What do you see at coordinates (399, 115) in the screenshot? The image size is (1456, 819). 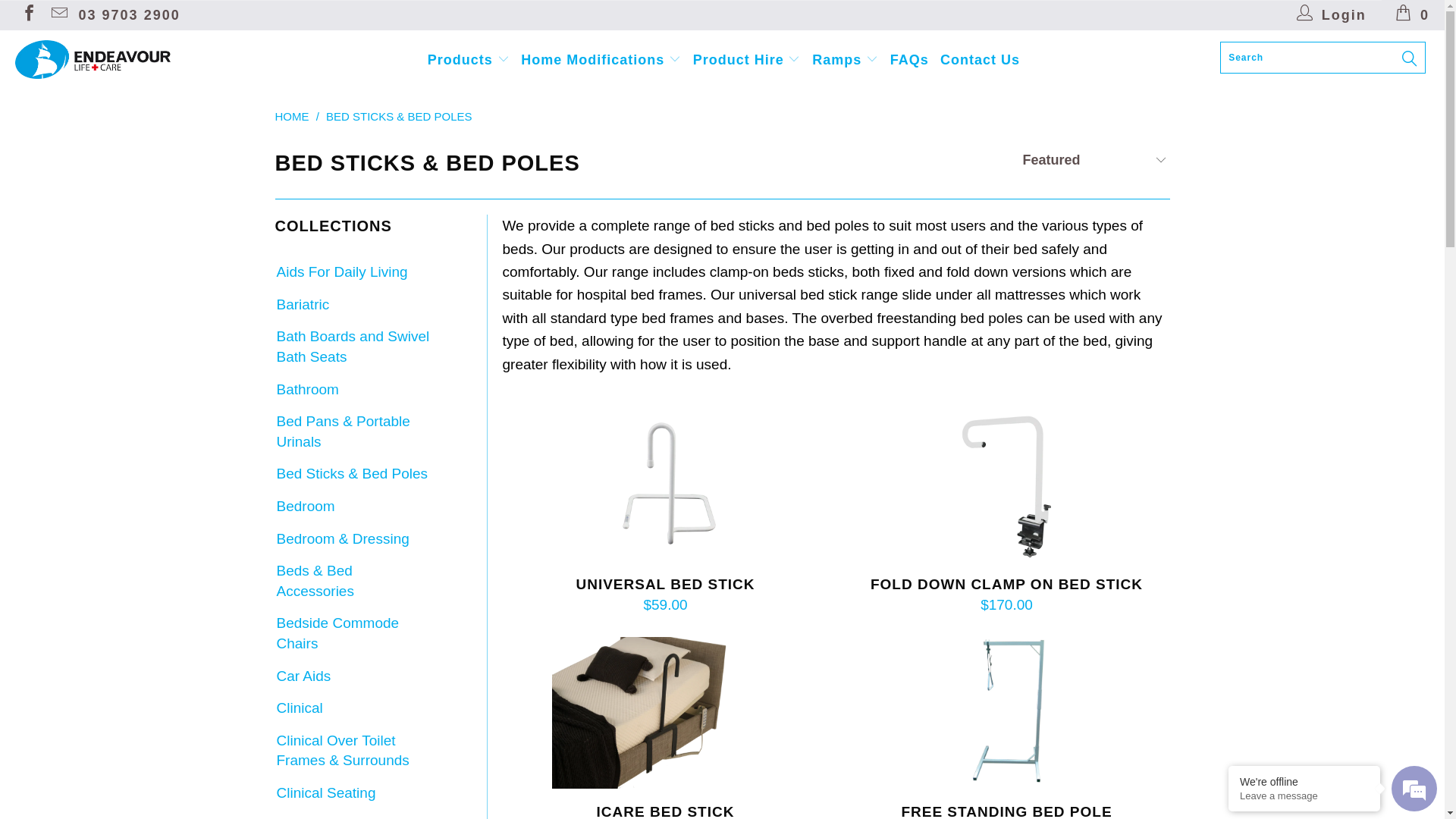 I see `'BED STICKS & BED POLES'` at bounding box center [399, 115].